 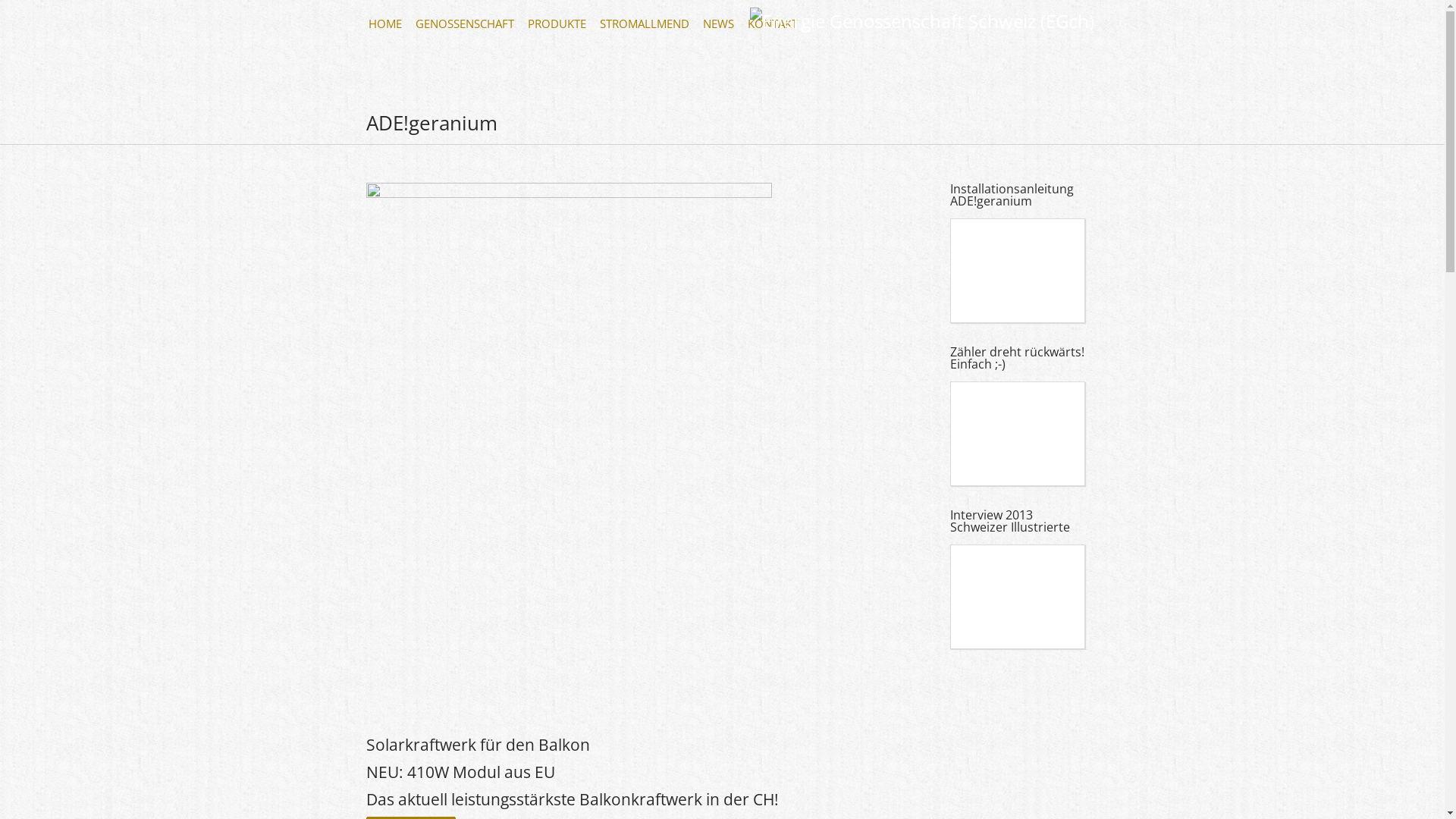 I want to click on 'HOME ', so click(x=385, y=19).